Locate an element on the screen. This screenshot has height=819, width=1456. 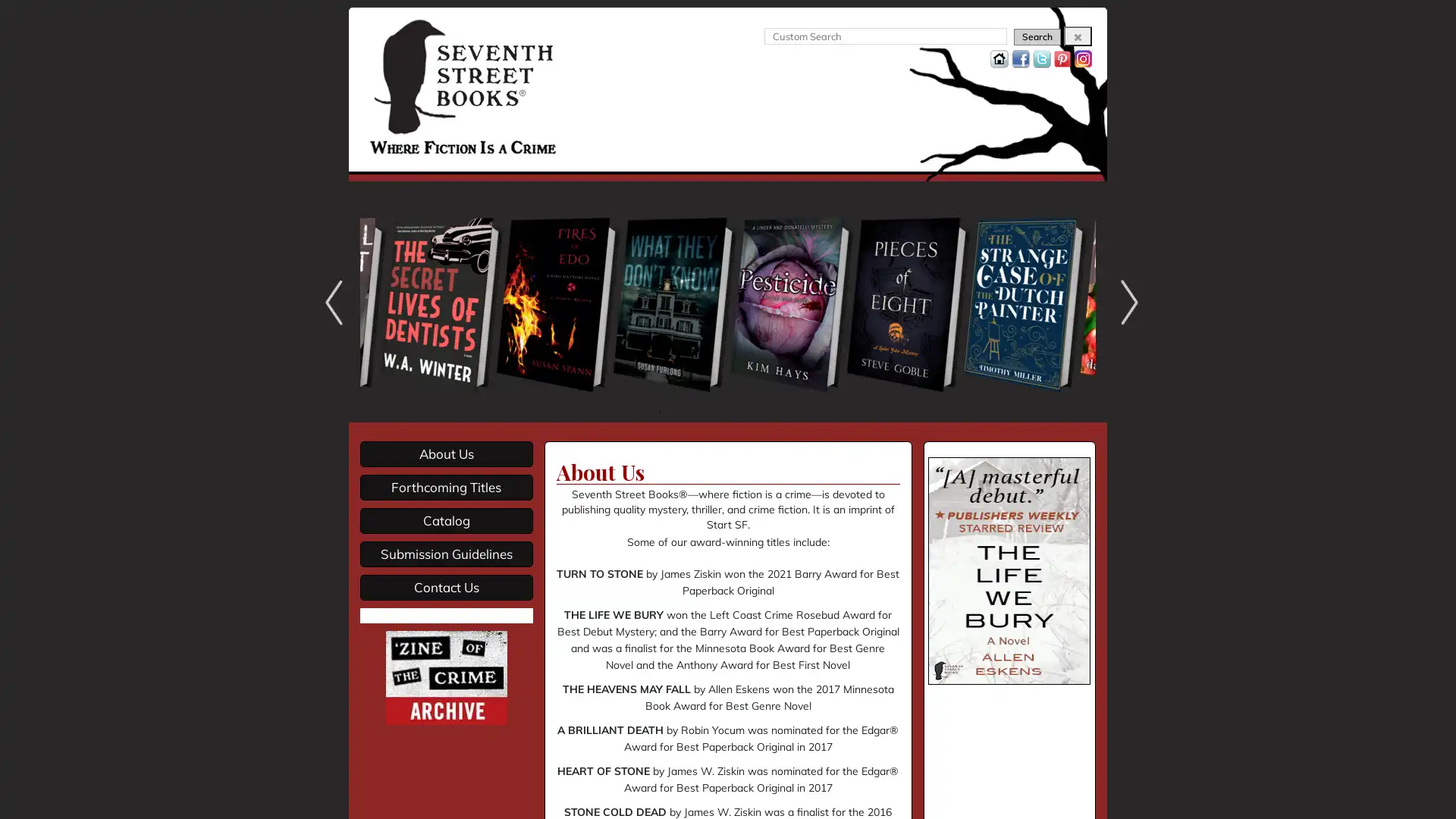
Previous is located at coordinates (329, 302).